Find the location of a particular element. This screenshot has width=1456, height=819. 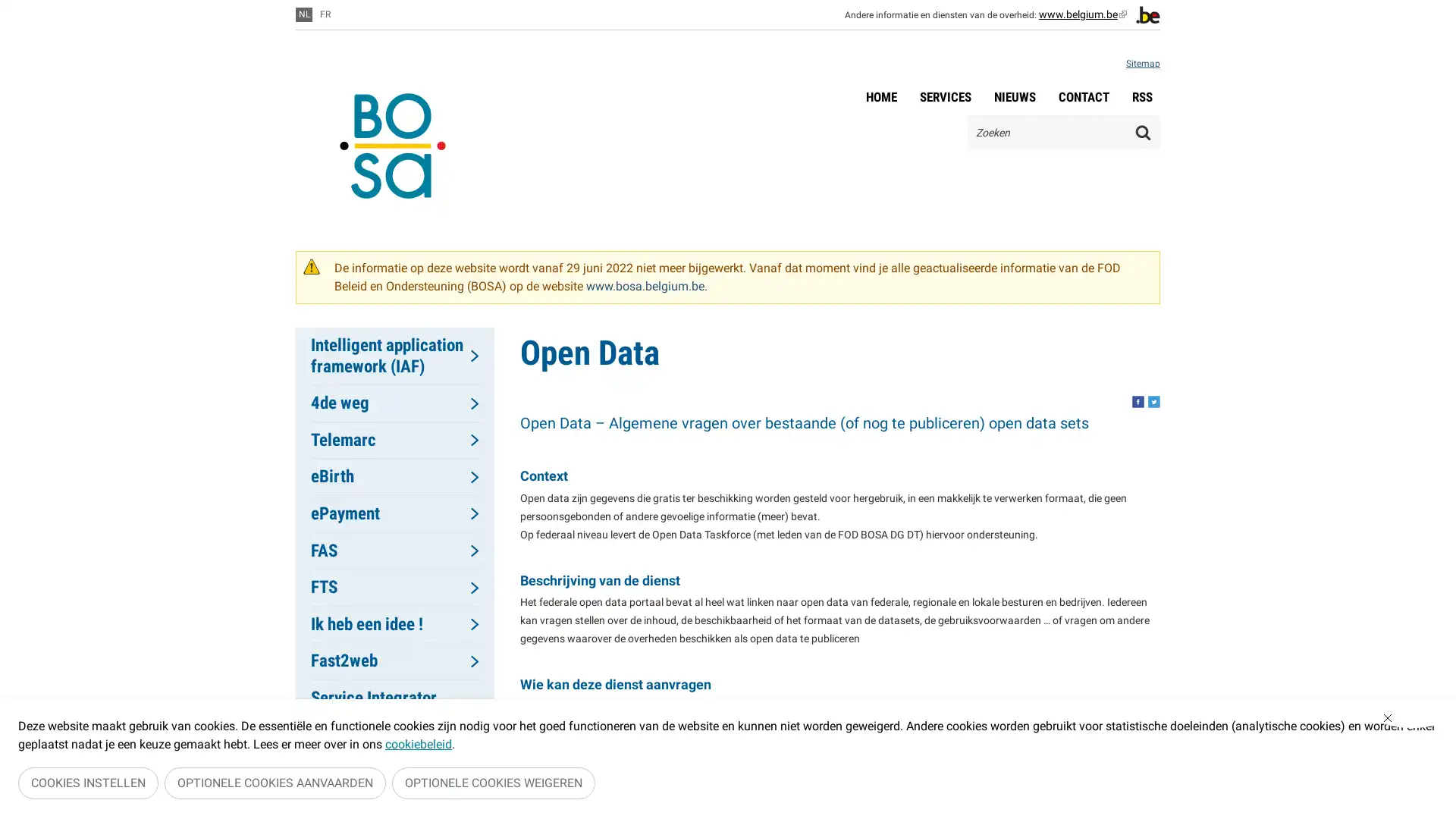

OPTIONELE COOKIES AANVAARDEN is located at coordinates (275, 784).